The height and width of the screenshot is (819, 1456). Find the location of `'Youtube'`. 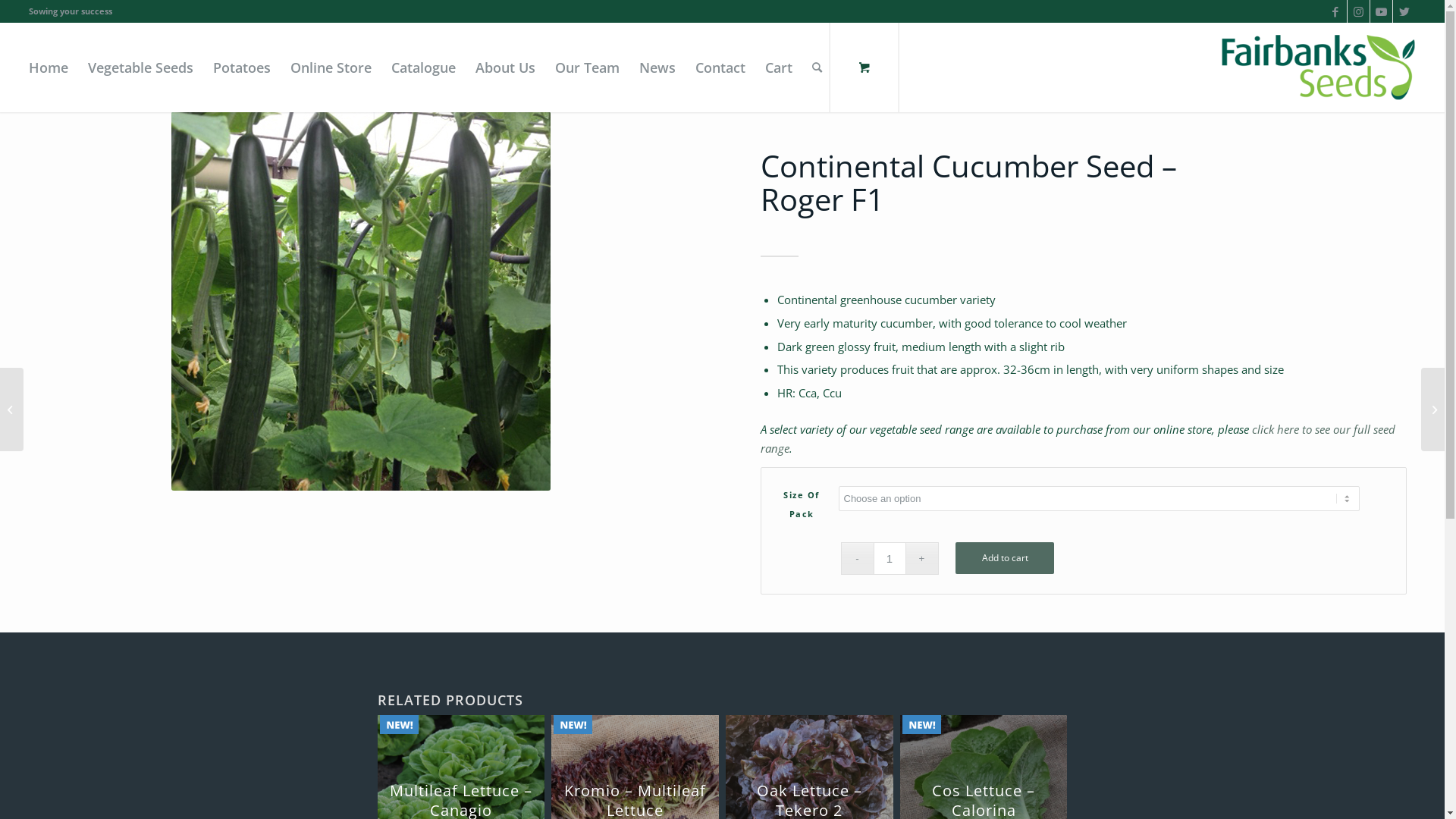

'Youtube' is located at coordinates (1381, 11).